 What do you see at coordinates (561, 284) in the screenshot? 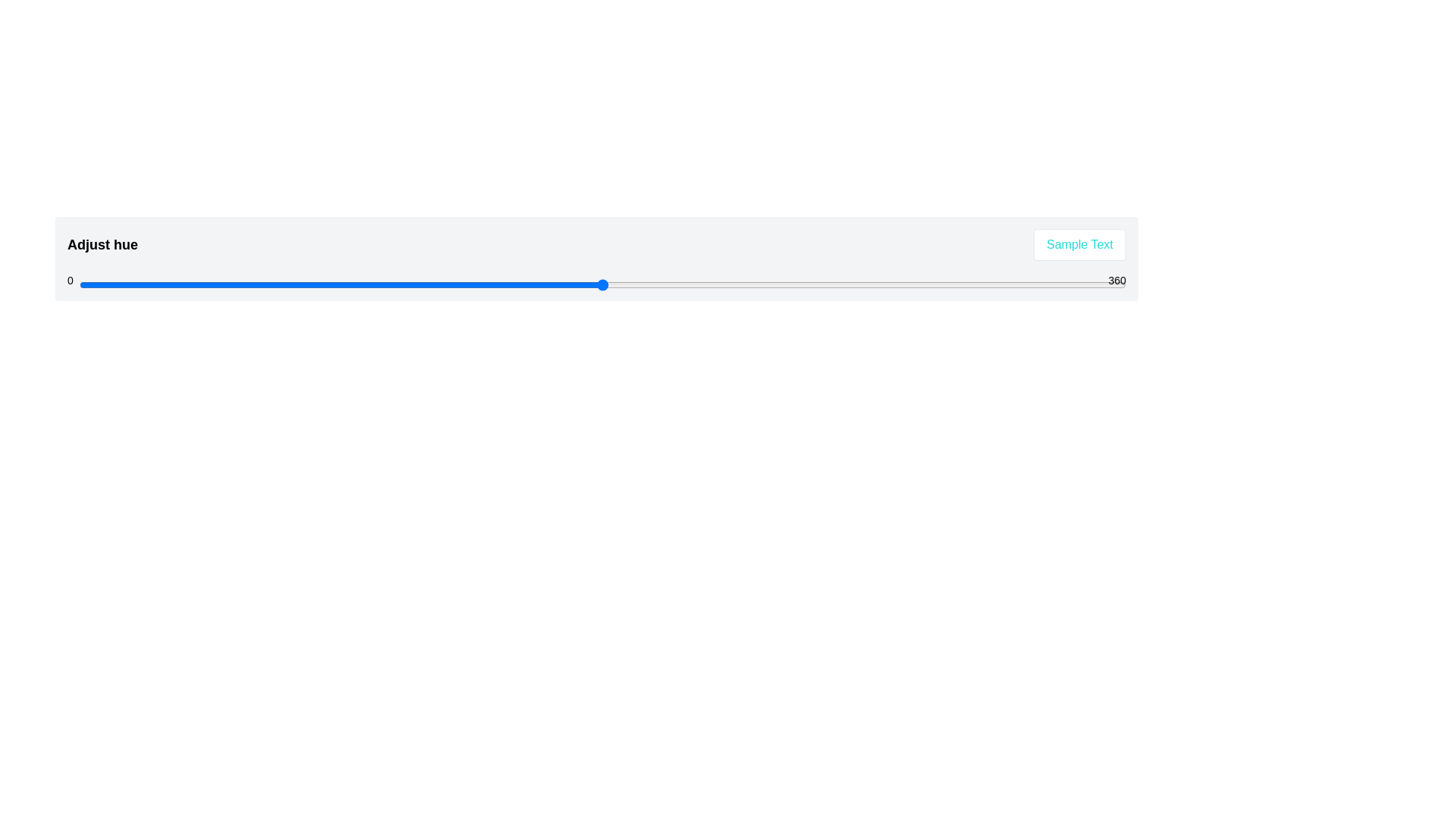
I see `the hue slider to a value of 166` at bounding box center [561, 284].